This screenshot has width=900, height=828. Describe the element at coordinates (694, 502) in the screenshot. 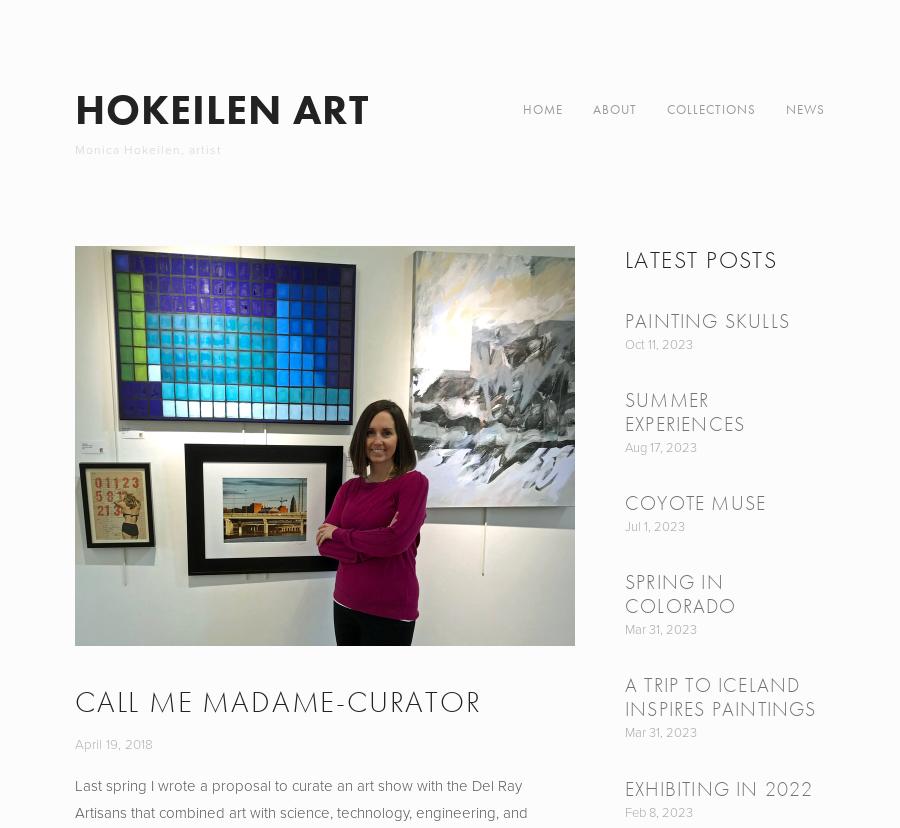

I see `'Coyote Muse'` at that location.